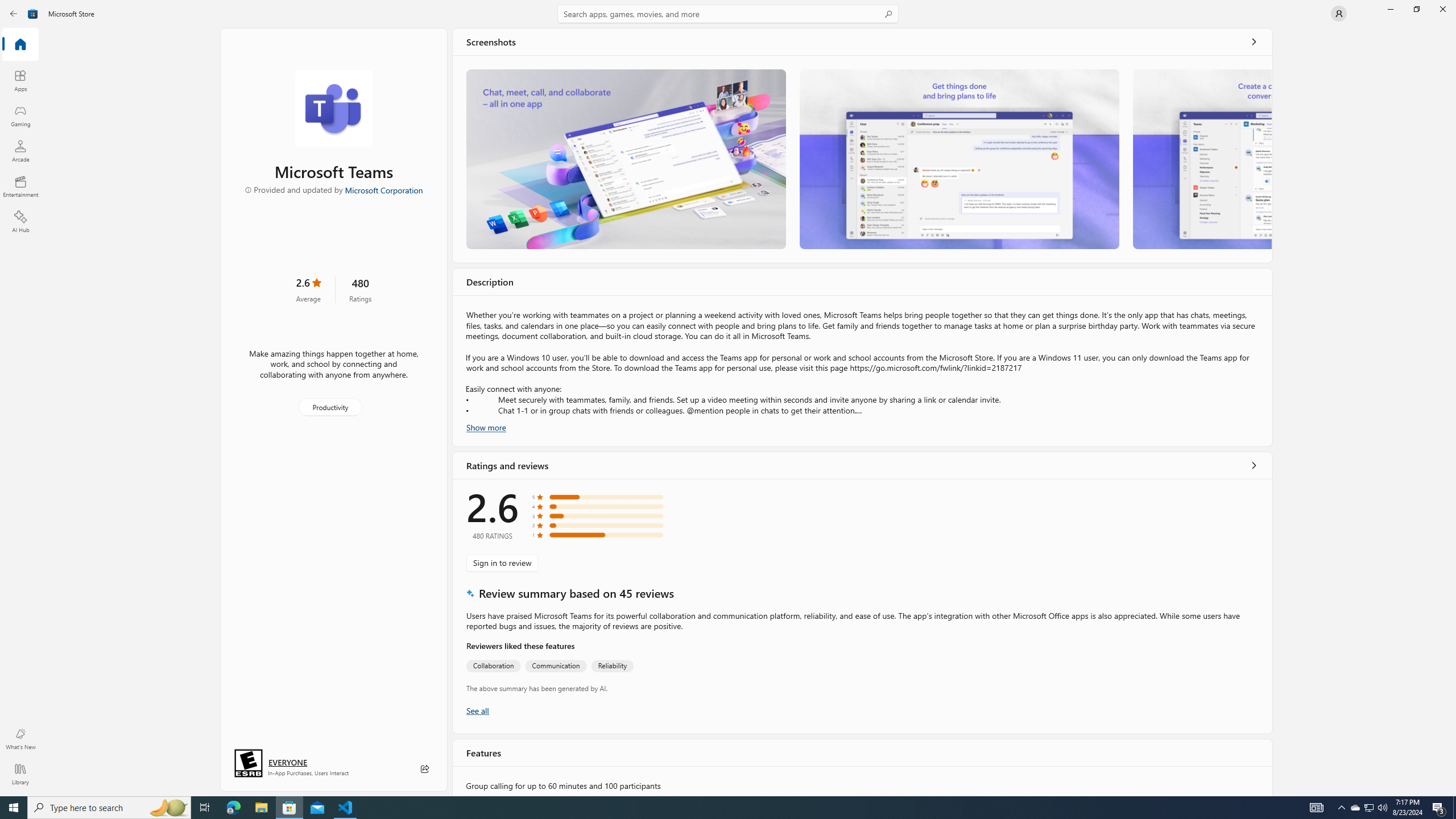 Image resolution: width=1456 pixels, height=819 pixels. Describe the element at coordinates (287, 762) in the screenshot. I see `'Age rating: EVERYONE. Click for more information.'` at that location.